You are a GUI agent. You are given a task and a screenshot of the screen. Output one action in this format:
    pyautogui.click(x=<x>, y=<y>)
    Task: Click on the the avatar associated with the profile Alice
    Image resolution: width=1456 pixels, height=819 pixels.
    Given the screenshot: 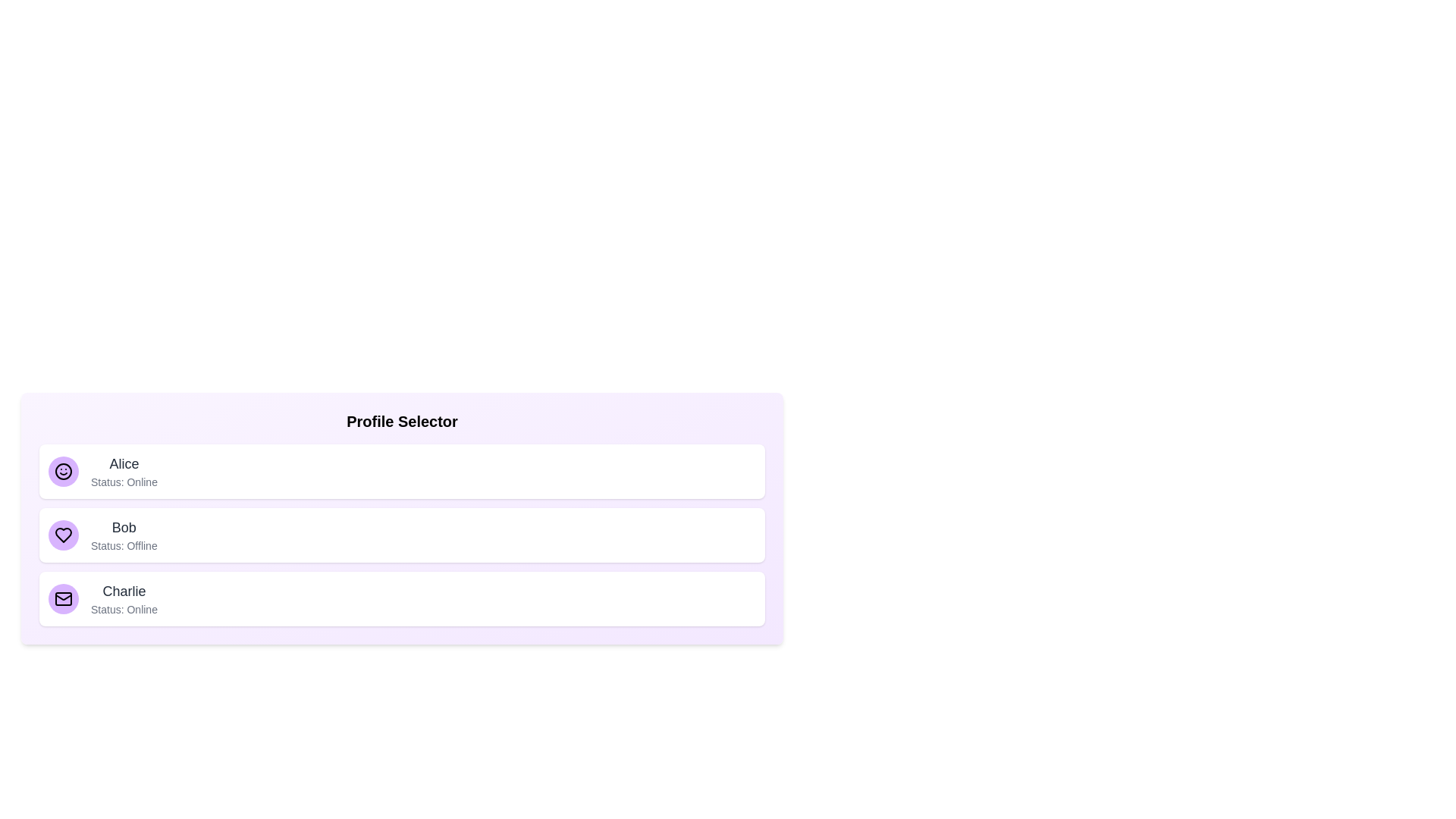 What is the action you would take?
    pyautogui.click(x=62, y=470)
    